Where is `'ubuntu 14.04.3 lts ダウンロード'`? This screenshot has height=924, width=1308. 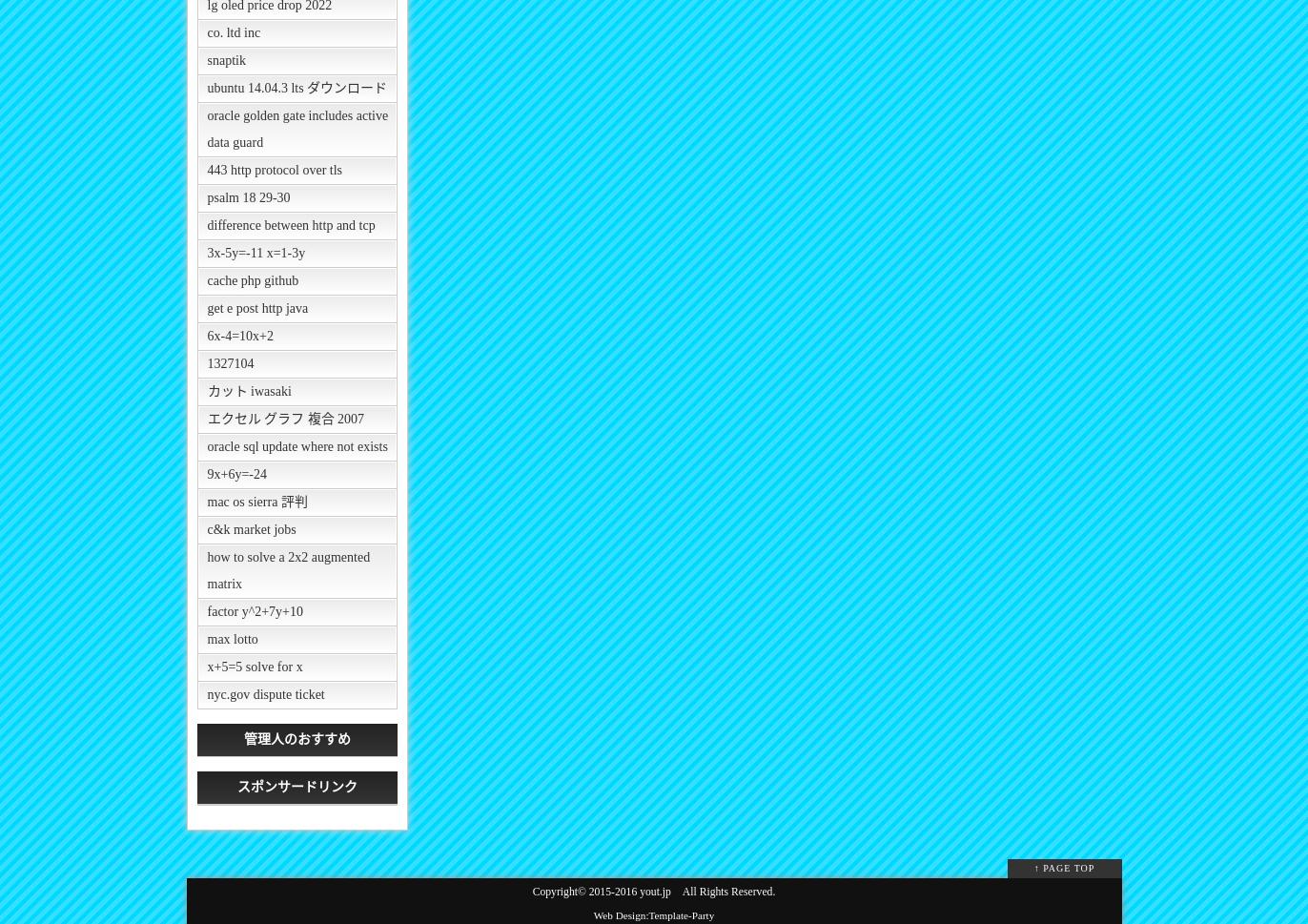
'ubuntu 14.04.3 lts ダウンロード' is located at coordinates (207, 88).